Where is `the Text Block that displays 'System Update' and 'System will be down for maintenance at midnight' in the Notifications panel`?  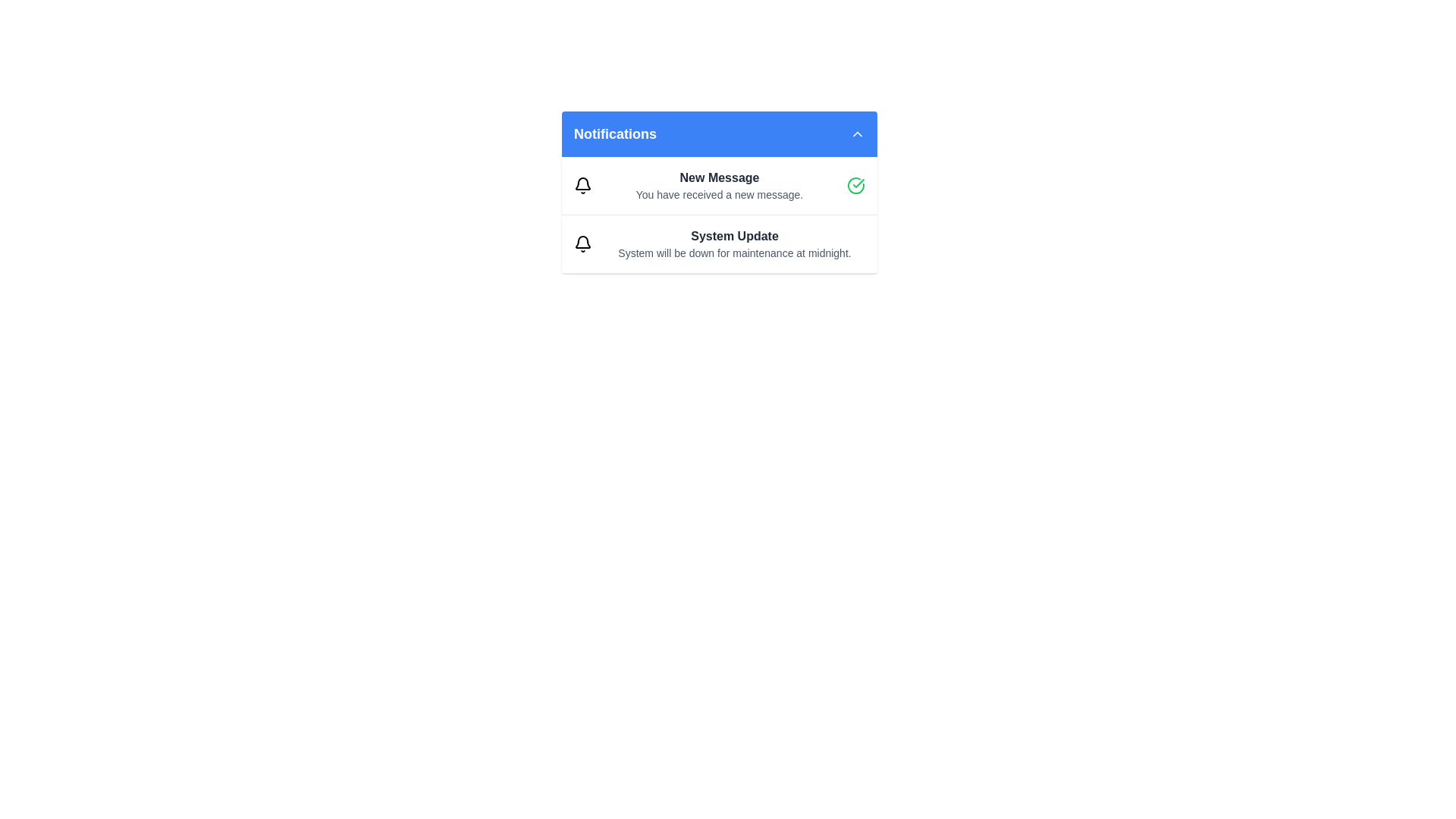 the Text Block that displays 'System Update' and 'System will be down for maintenance at midnight' in the Notifications panel is located at coordinates (735, 243).